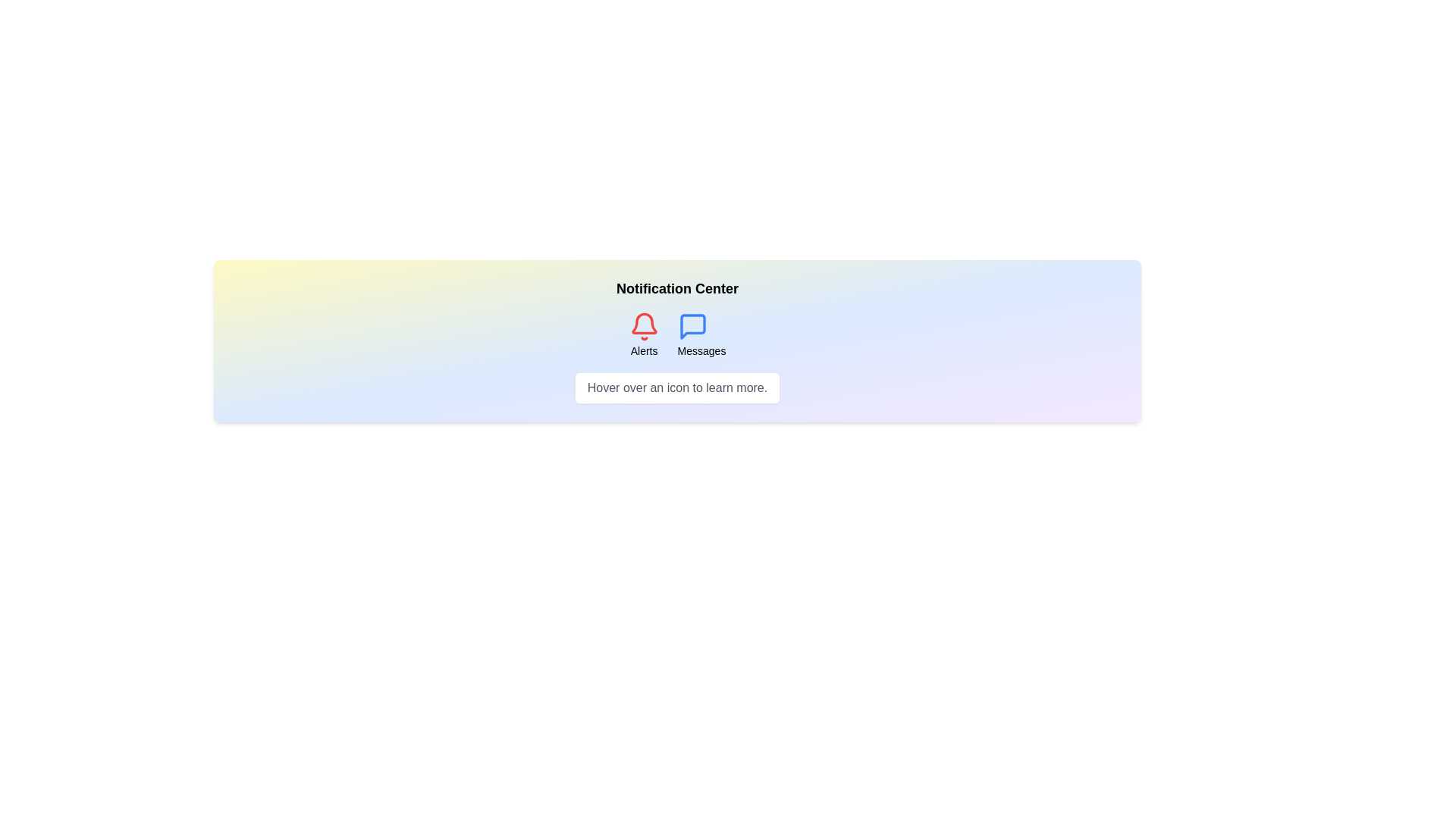  What do you see at coordinates (701, 350) in the screenshot?
I see `the Text Label located below the speech bubble icon, which serves as a descriptive label for the messaging feature` at bounding box center [701, 350].